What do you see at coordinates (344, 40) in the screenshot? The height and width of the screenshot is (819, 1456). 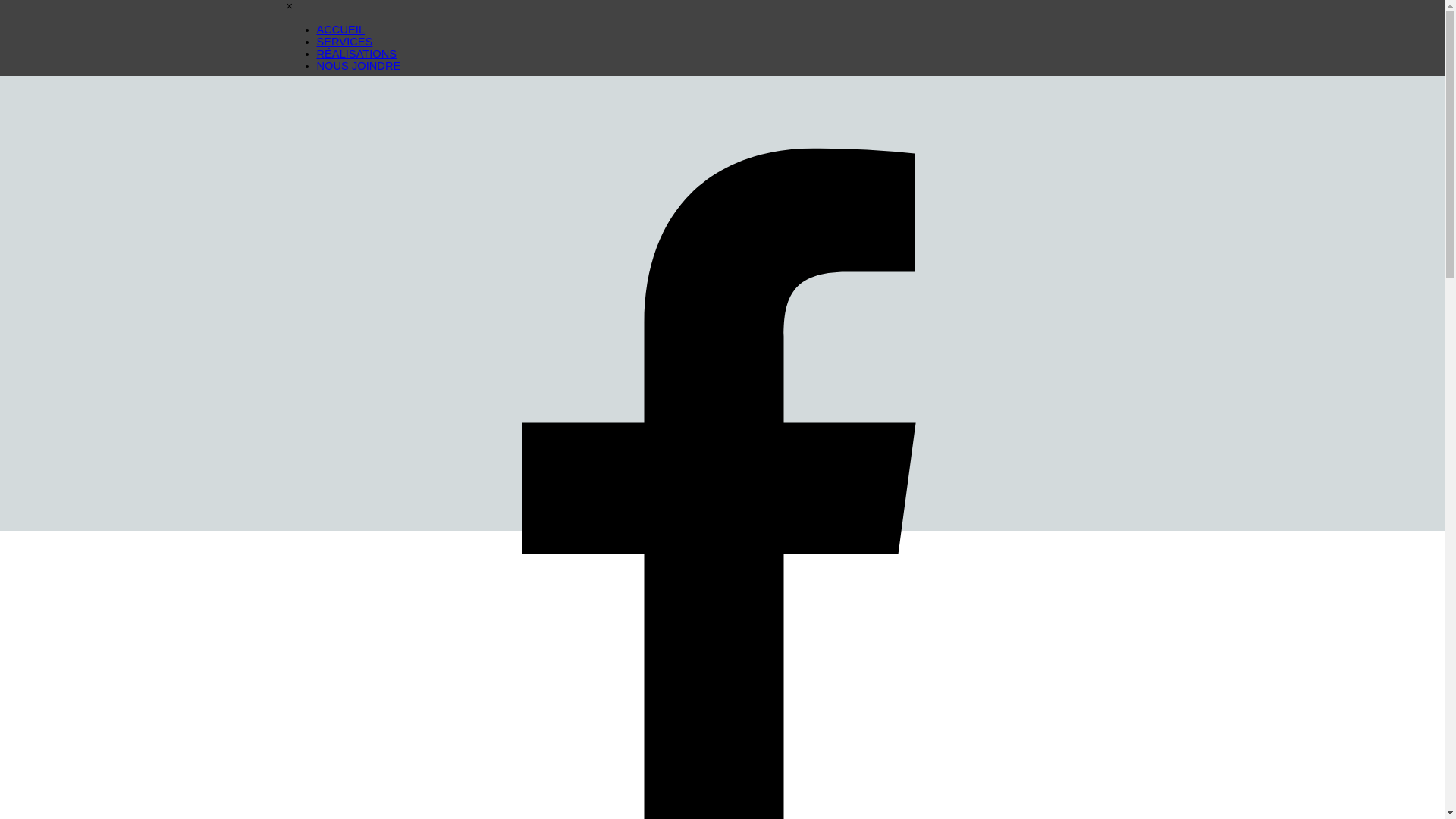 I see `'SERVICES'` at bounding box center [344, 40].